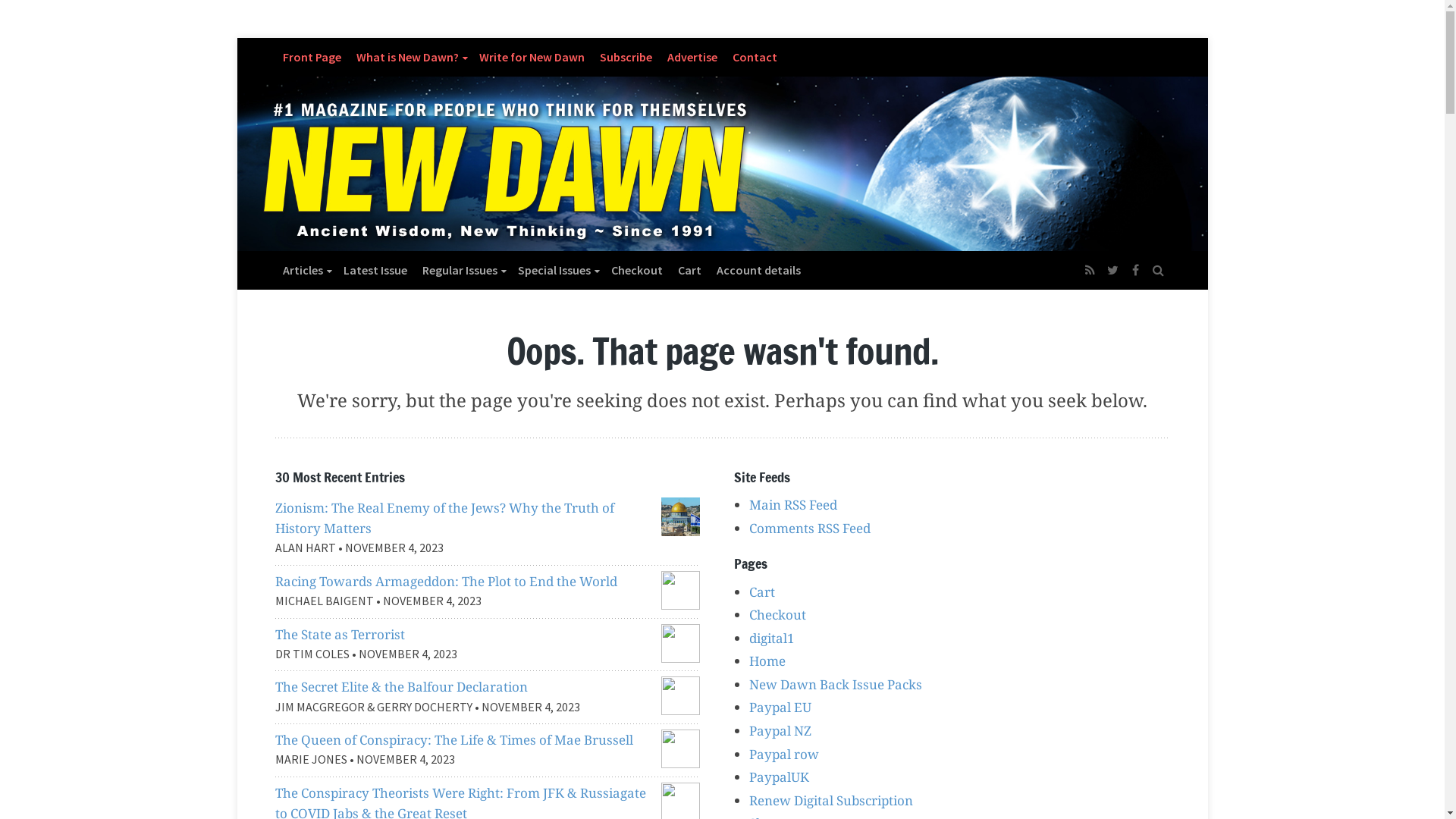  Describe the element at coordinates (767, 660) in the screenshot. I see `'Home'` at that location.